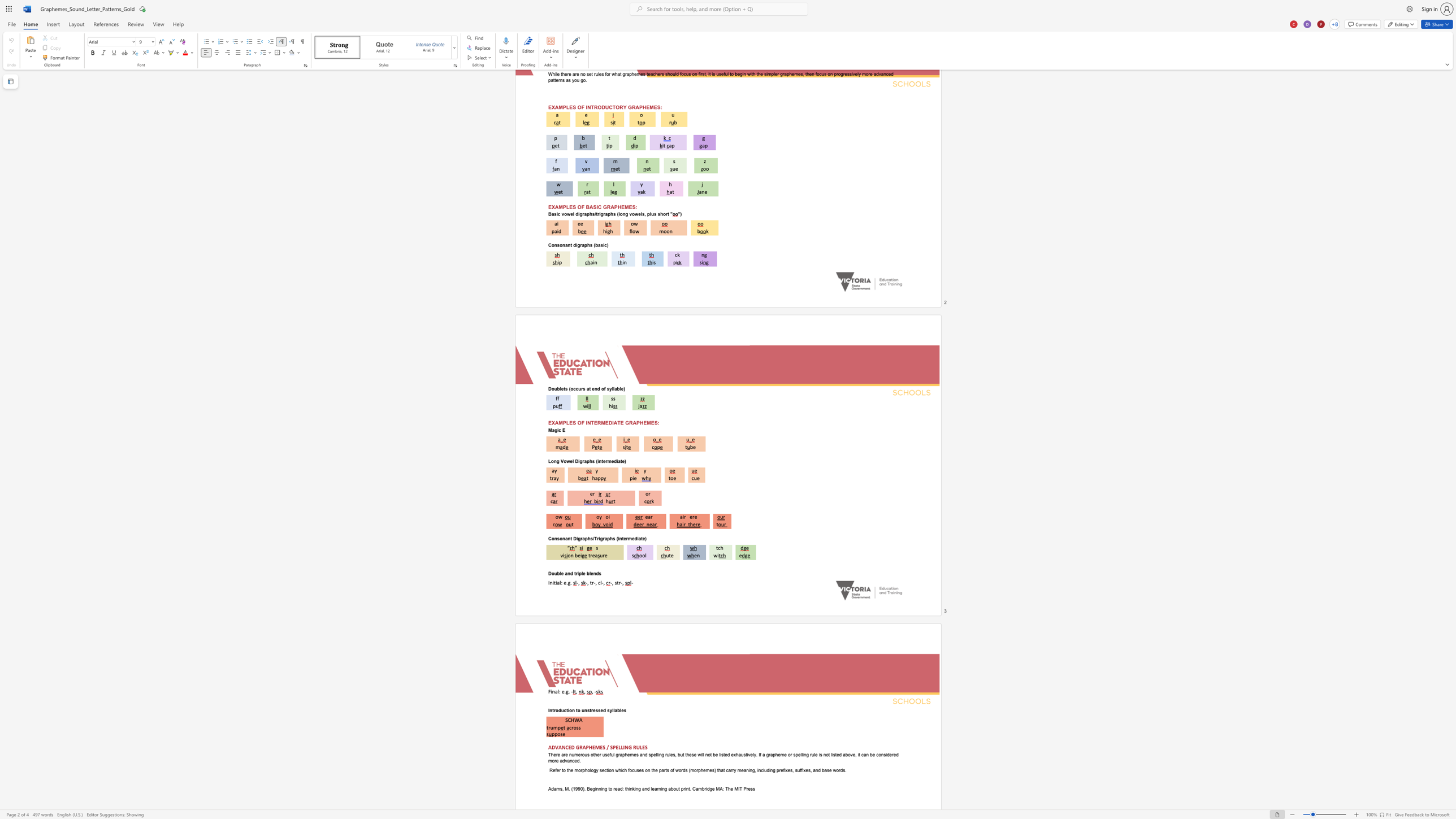 The height and width of the screenshot is (819, 1456). I want to click on the space between the continuous character "a" and "b" in the text, so click(671, 788).